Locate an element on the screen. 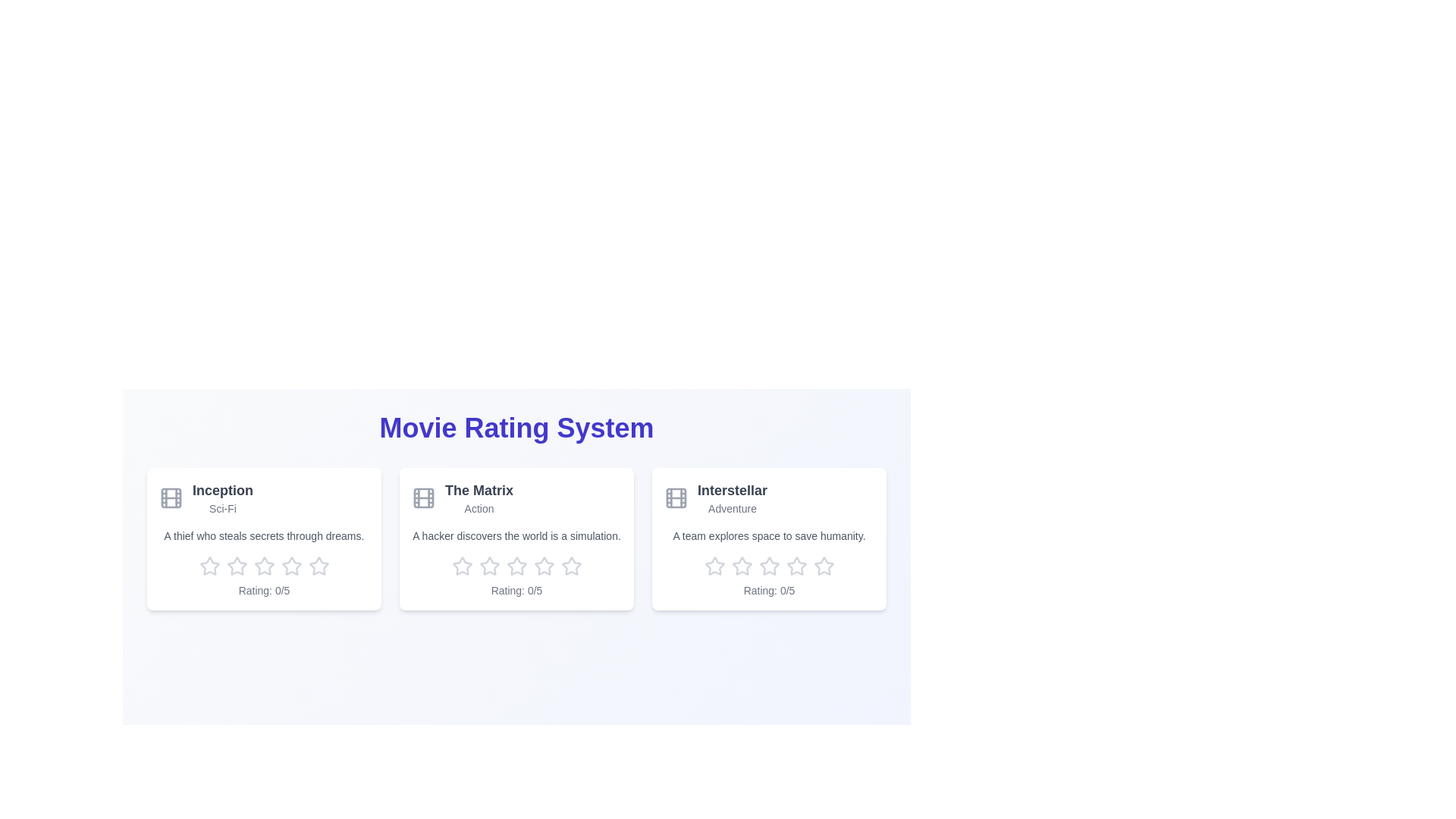 Image resolution: width=1456 pixels, height=819 pixels. the movie title to open its detailed view is located at coordinates (221, 491).